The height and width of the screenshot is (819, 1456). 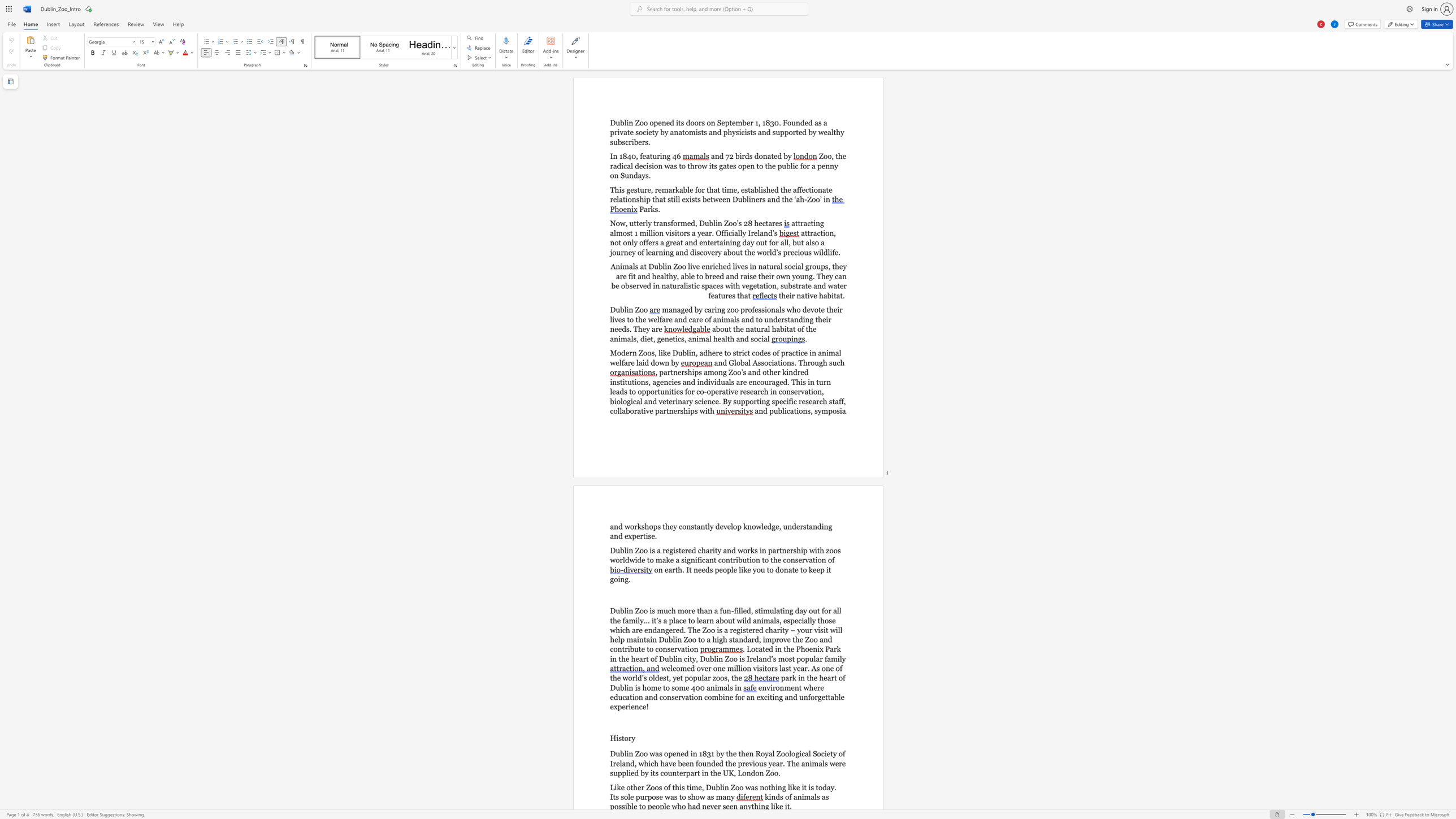 What do you see at coordinates (668, 382) in the screenshot?
I see `the subset text "cies and in" within the text ", partnerships among Zoo’s and other kindred institutions, agencies and individuals are encouraged. This in turn leads to opportunities for co-operative research in conservation, biological and veterinary science. By supporting specific research staff, collaborative partnerships with"` at bounding box center [668, 382].